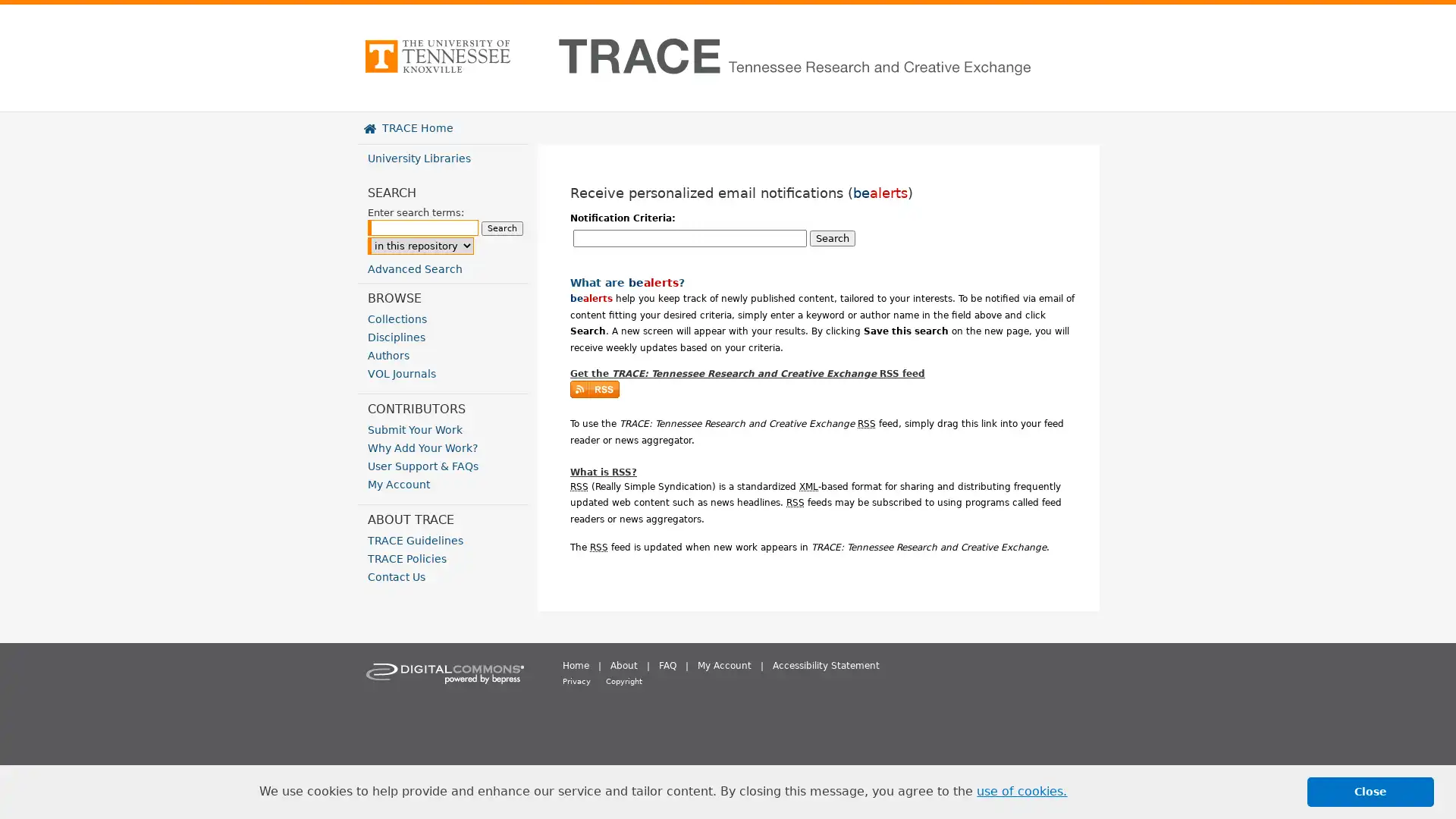 The height and width of the screenshot is (819, 1456). Describe the element at coordinates (1021, 791) in the screenshot. I see `learn more about cookies` at that location.